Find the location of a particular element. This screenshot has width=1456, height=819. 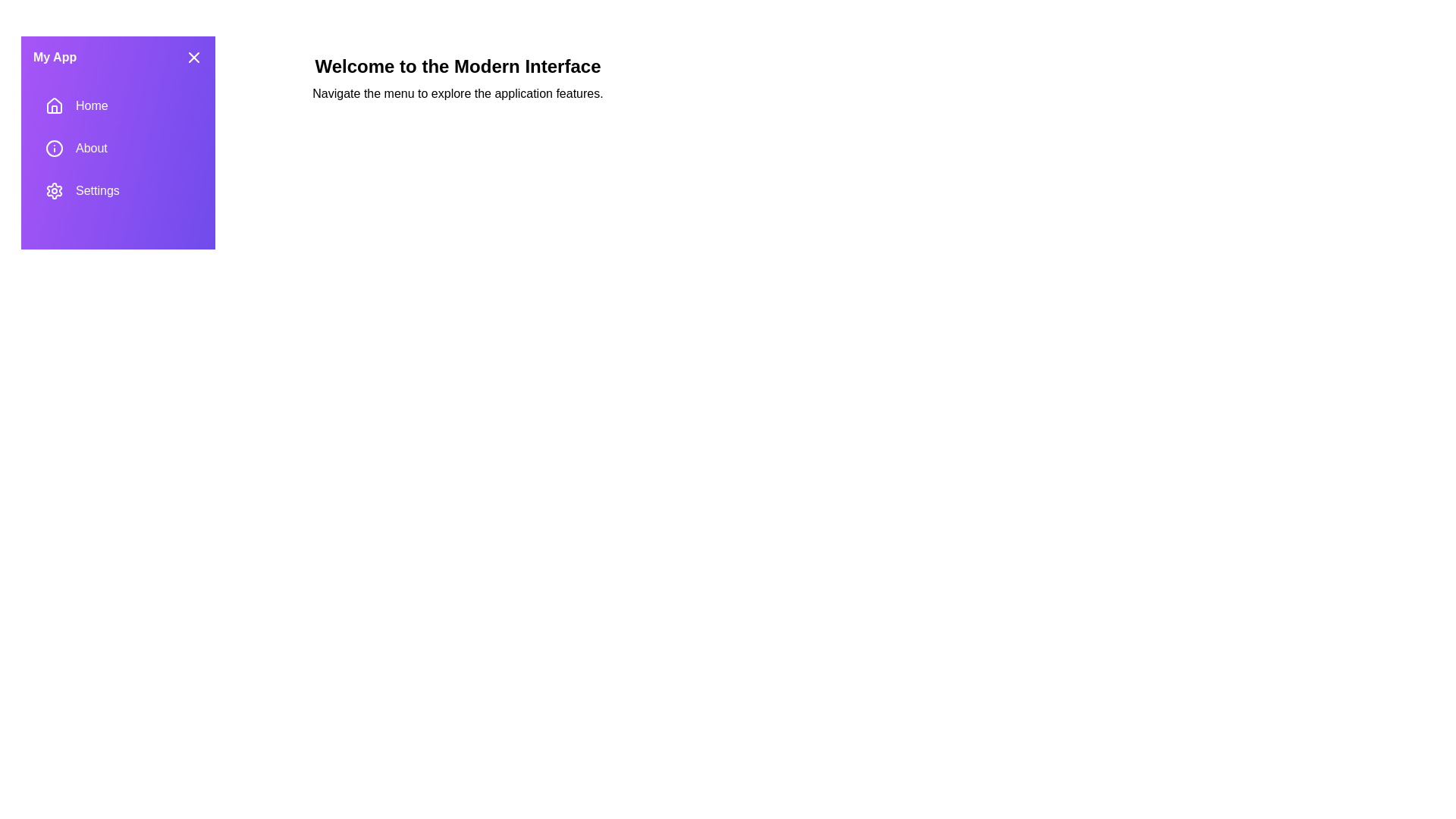

the drawer section labeled About is located at coordinates (118, 149).